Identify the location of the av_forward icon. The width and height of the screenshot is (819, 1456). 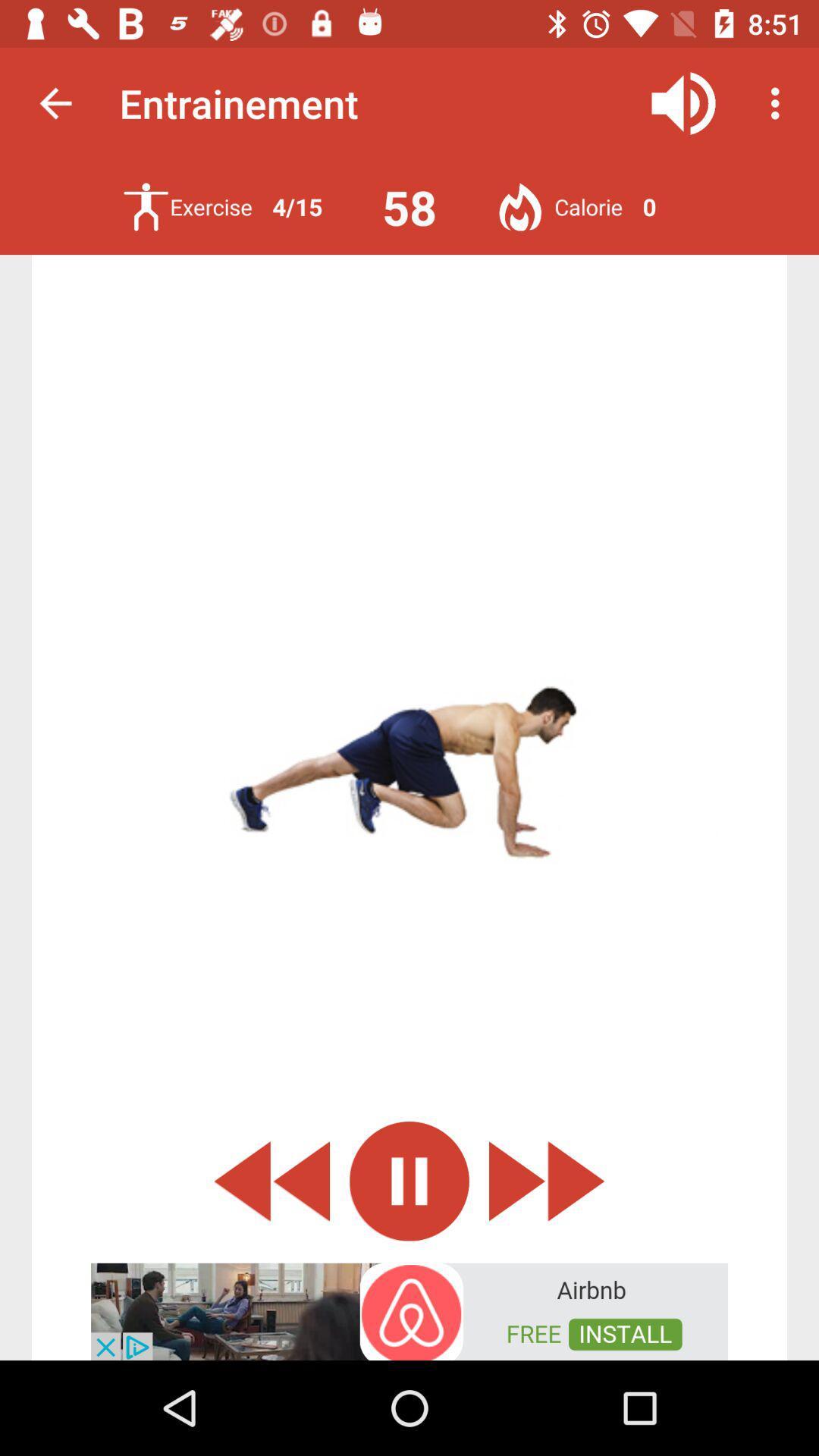
(547, 1180).